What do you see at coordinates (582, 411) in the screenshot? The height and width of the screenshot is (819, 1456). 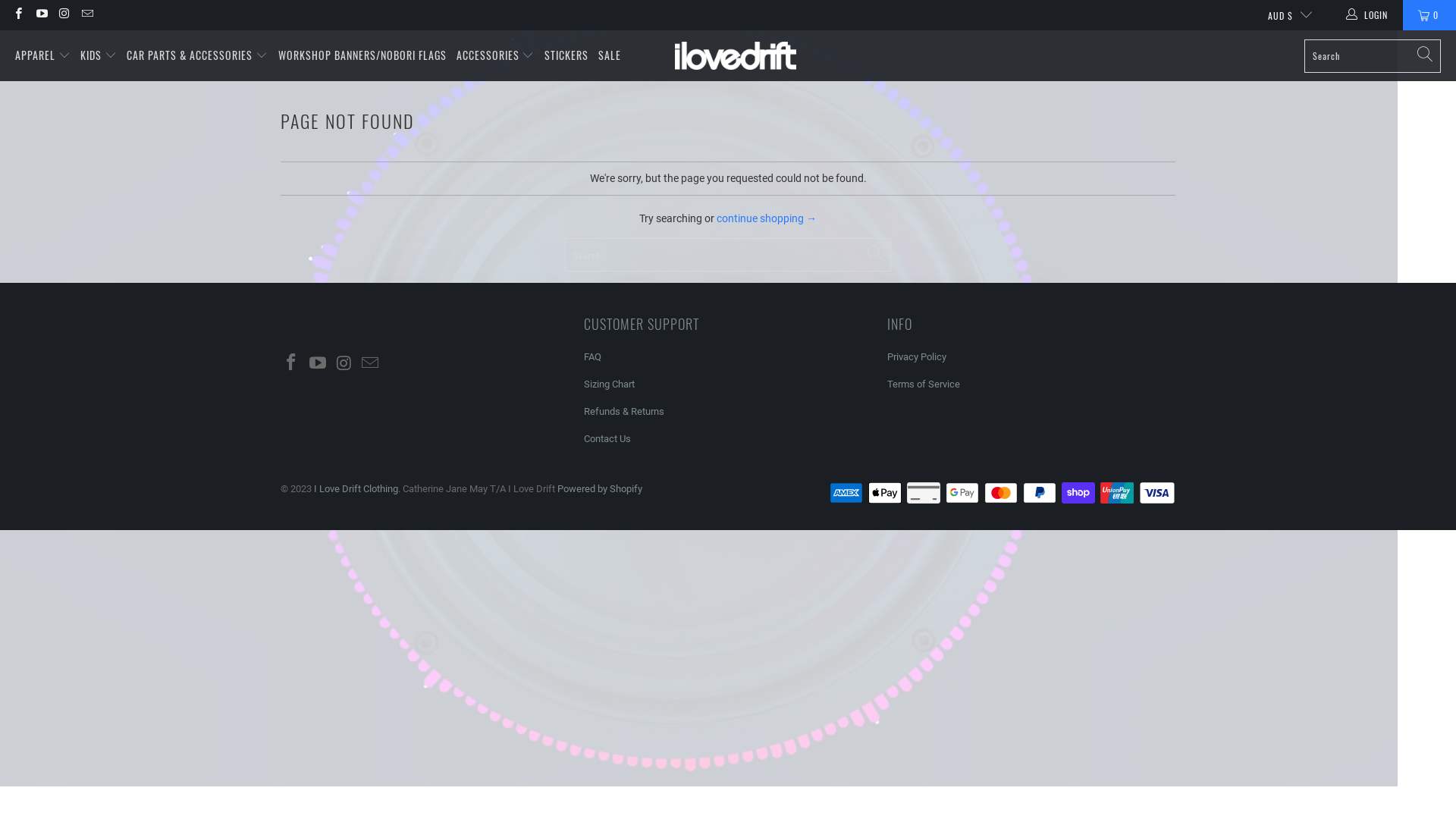 I see `'Refunds & Returns'` at bounding box center [582, 411].